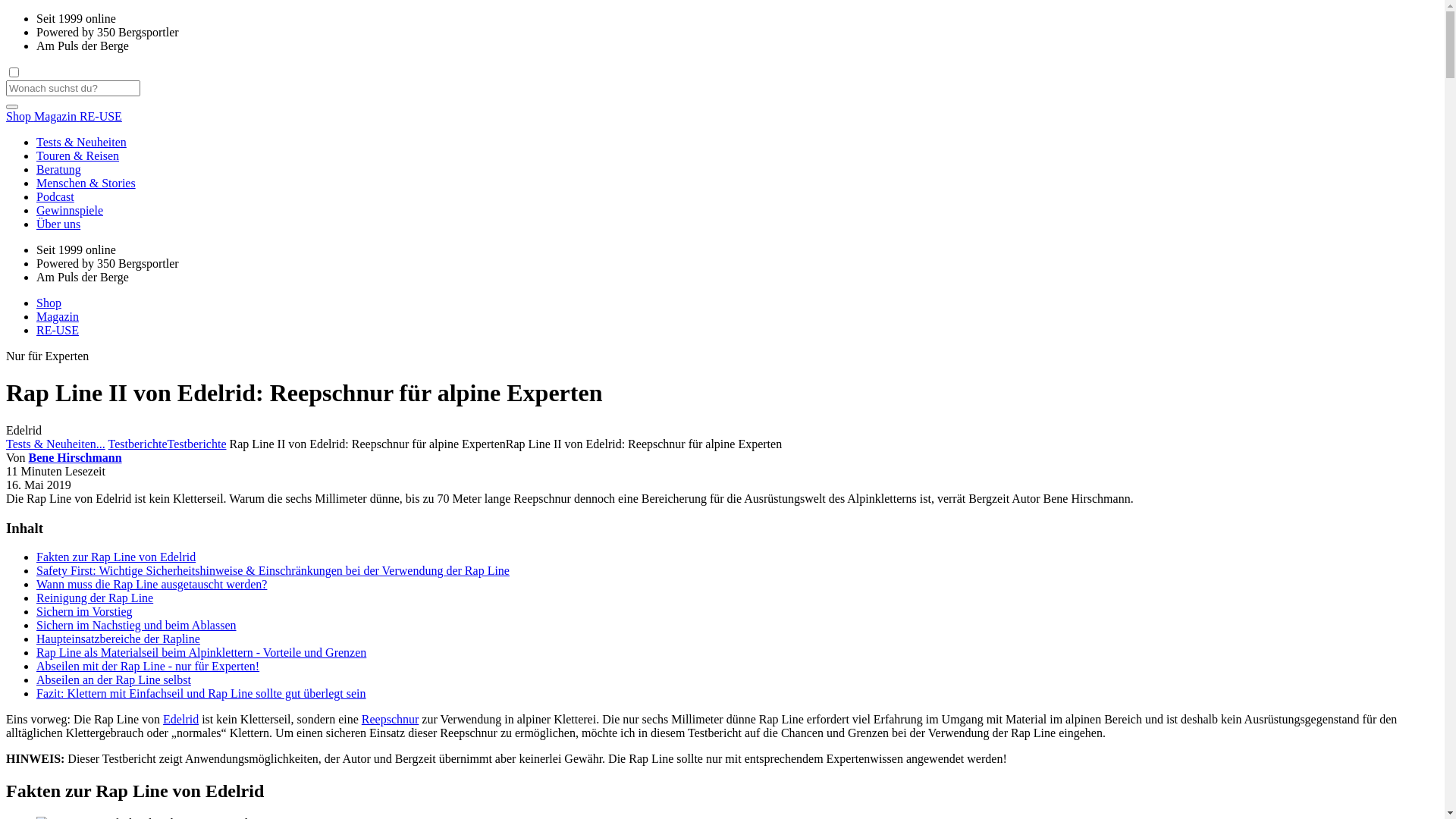 The image size is (1456, 819). I want to click on 'Gewinnspiele', so click(36, 210).